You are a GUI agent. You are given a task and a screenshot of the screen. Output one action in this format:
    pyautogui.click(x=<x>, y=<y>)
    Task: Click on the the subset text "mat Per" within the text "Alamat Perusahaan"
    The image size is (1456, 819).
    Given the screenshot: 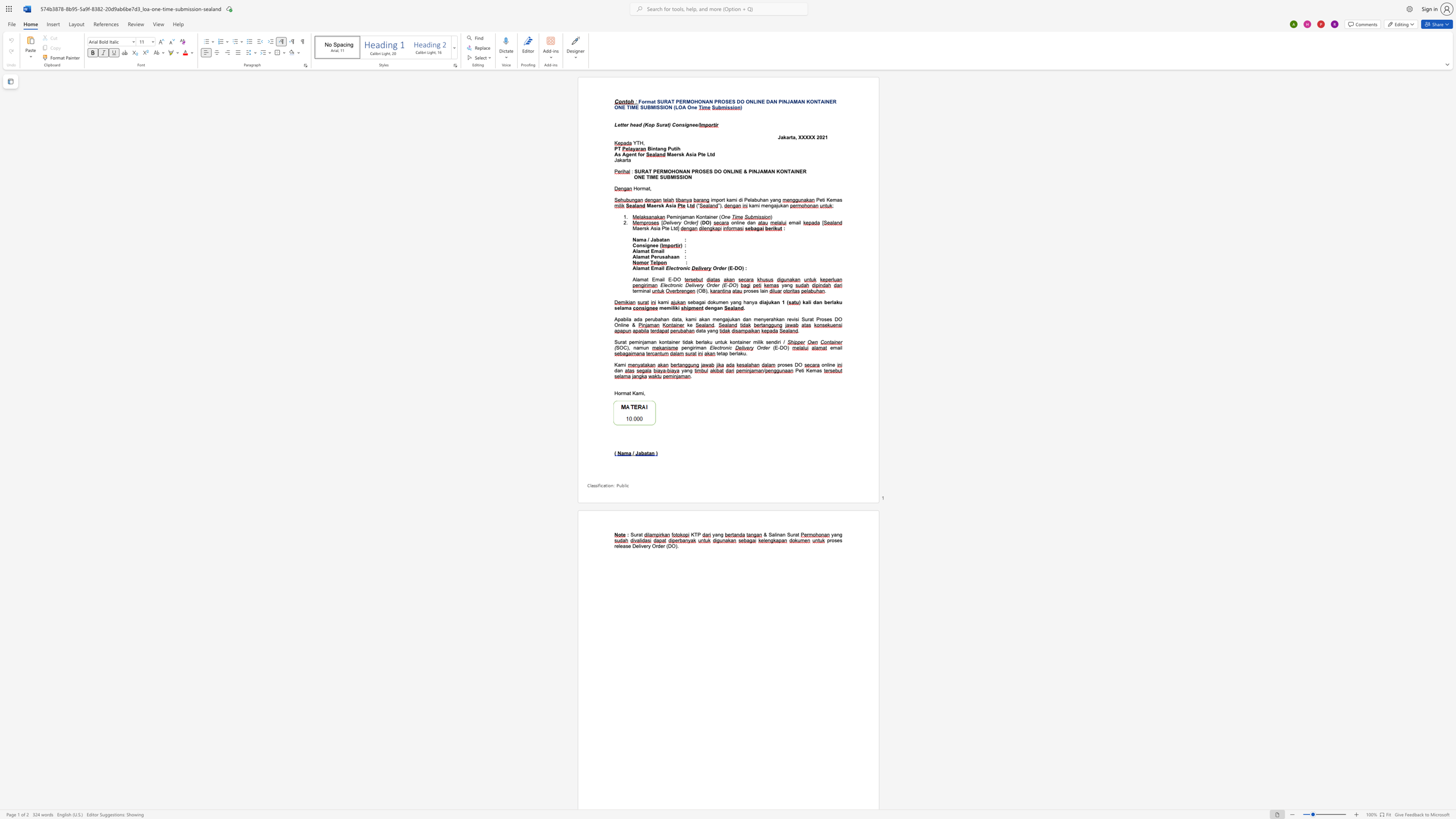 What is the action you would take?
    pyautogui.click(x=640, y=256)
    